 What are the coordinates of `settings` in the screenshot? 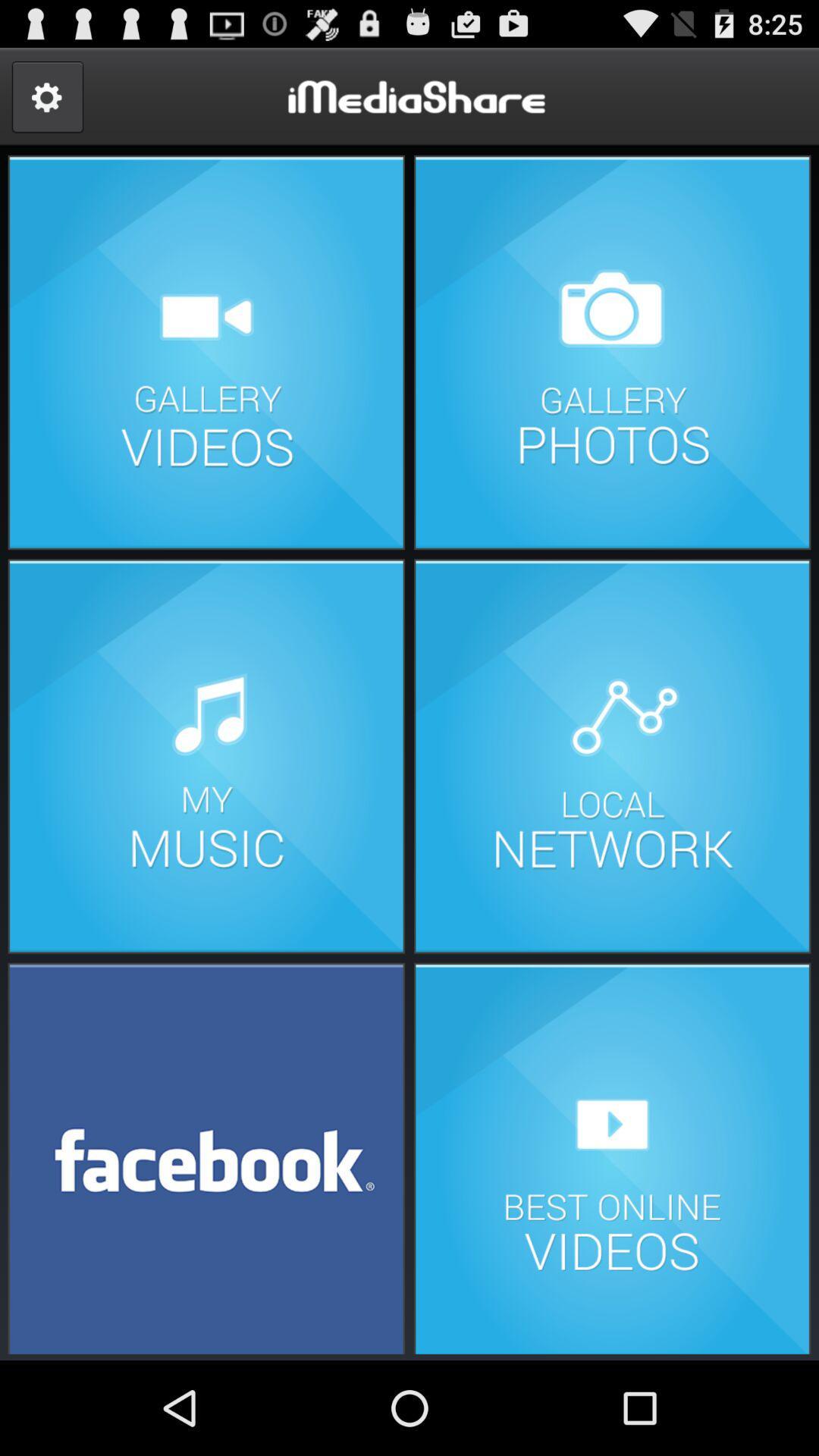 It's located at (46, 96).